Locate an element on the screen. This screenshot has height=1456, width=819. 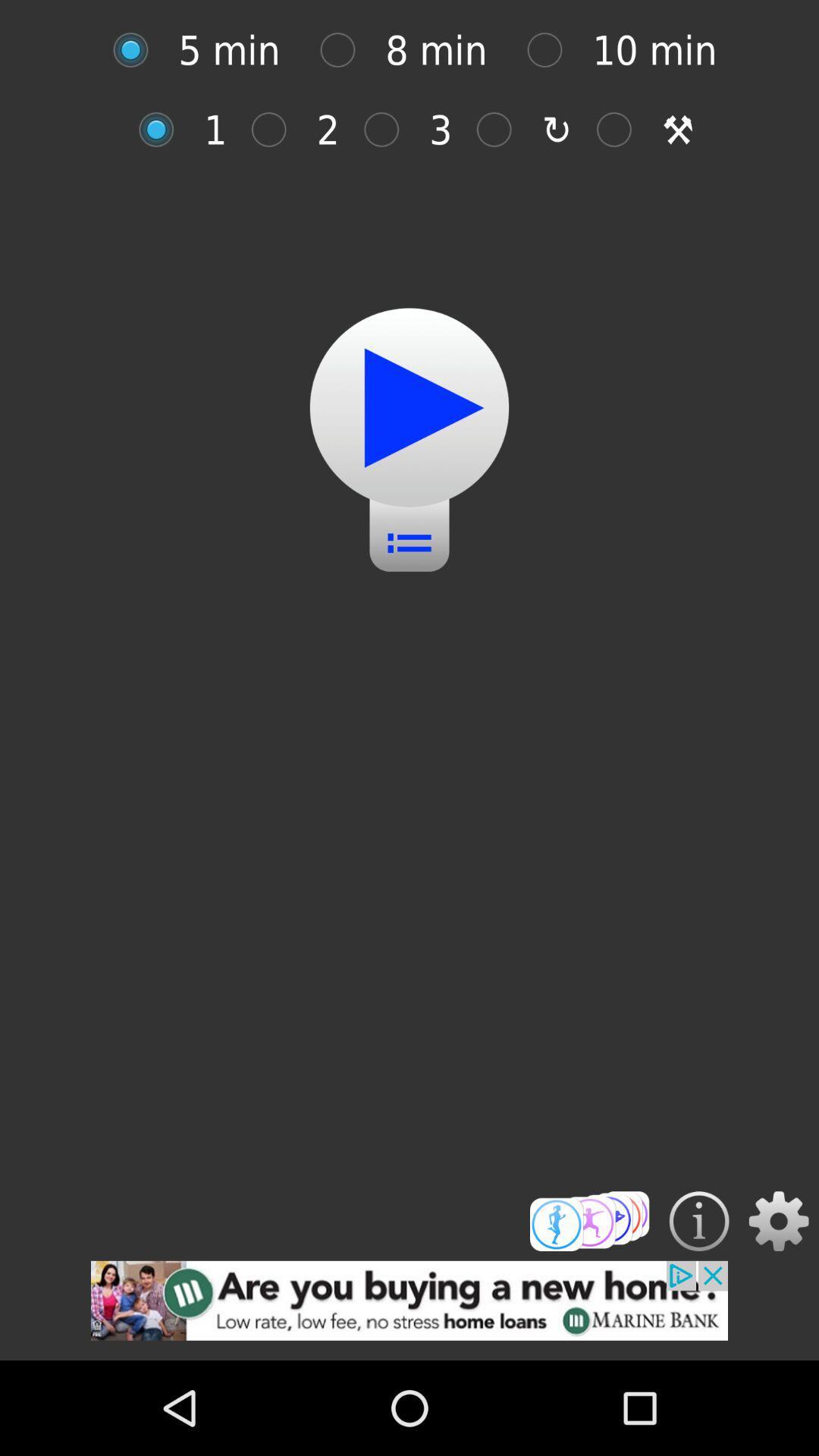
advertisement is located at coordinates (409, 1310).